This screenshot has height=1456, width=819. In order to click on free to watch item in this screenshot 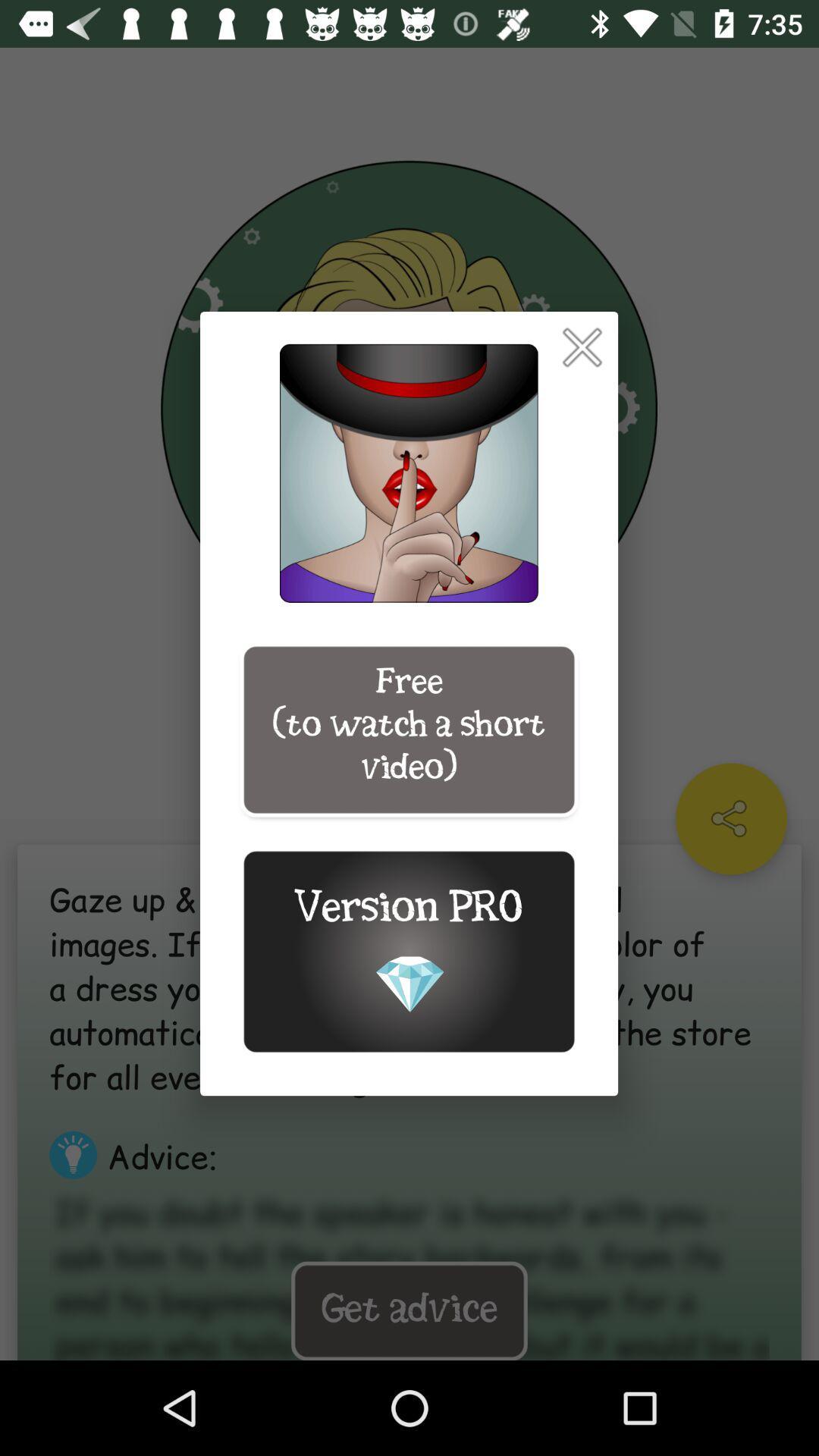, I will do `click(408, 730)`.